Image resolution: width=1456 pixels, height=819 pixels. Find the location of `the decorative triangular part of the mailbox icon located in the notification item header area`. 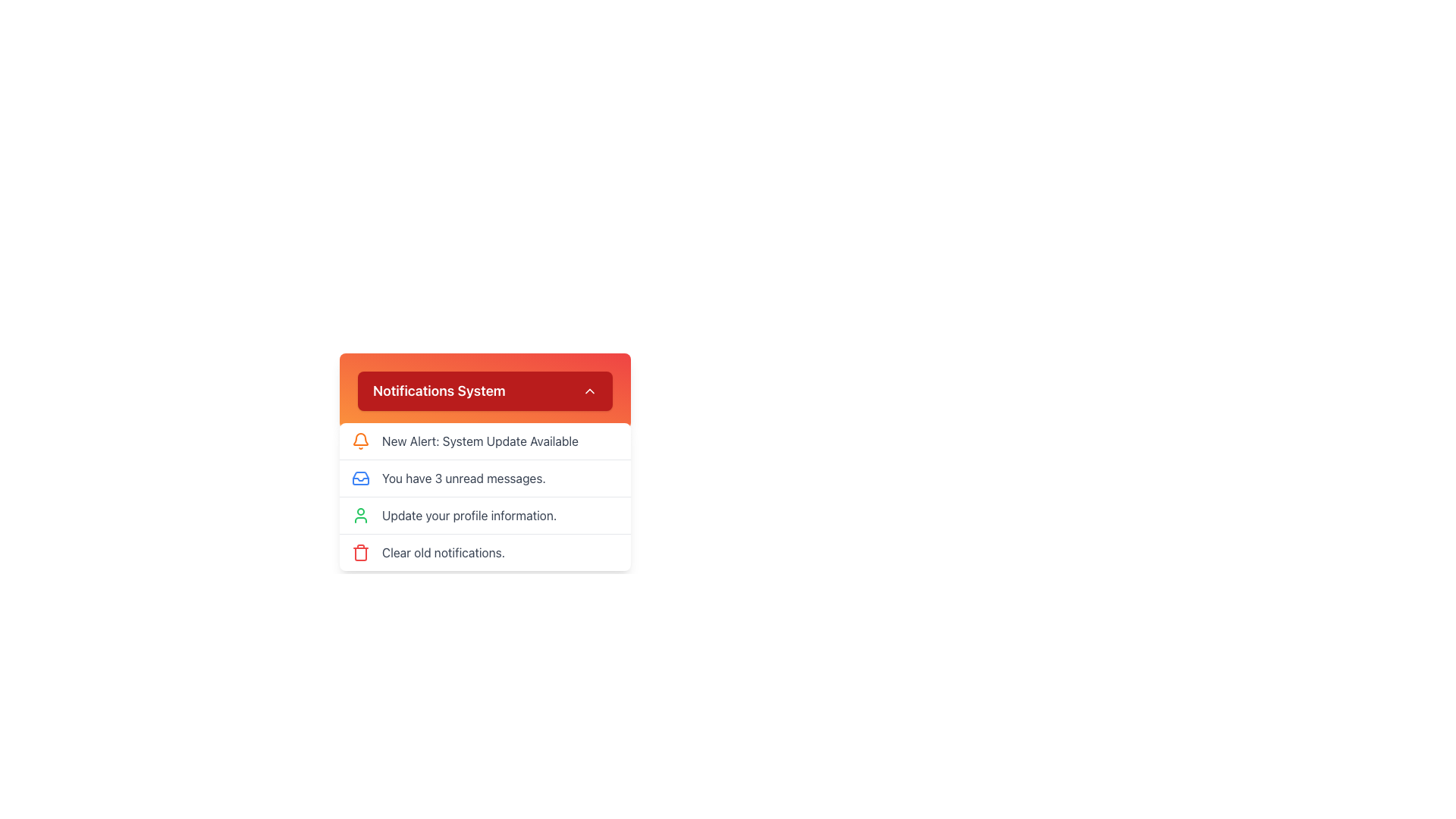

the decorative triangular part of the mailbox icon located in the notification item header area is located at coordinates (359, 479).